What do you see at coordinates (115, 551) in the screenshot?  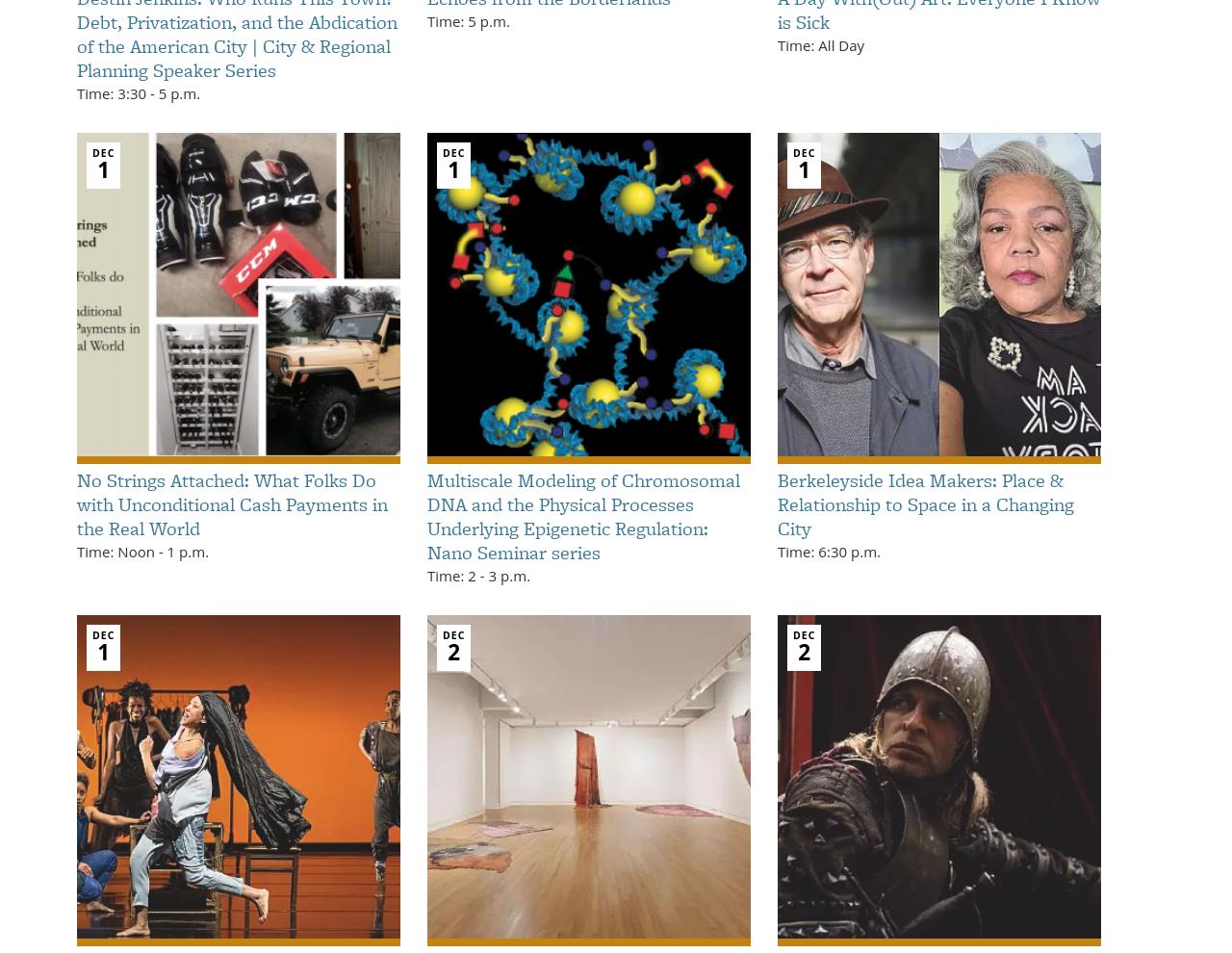 I see `'Time: Noon'` at bounding box center [115, 551].